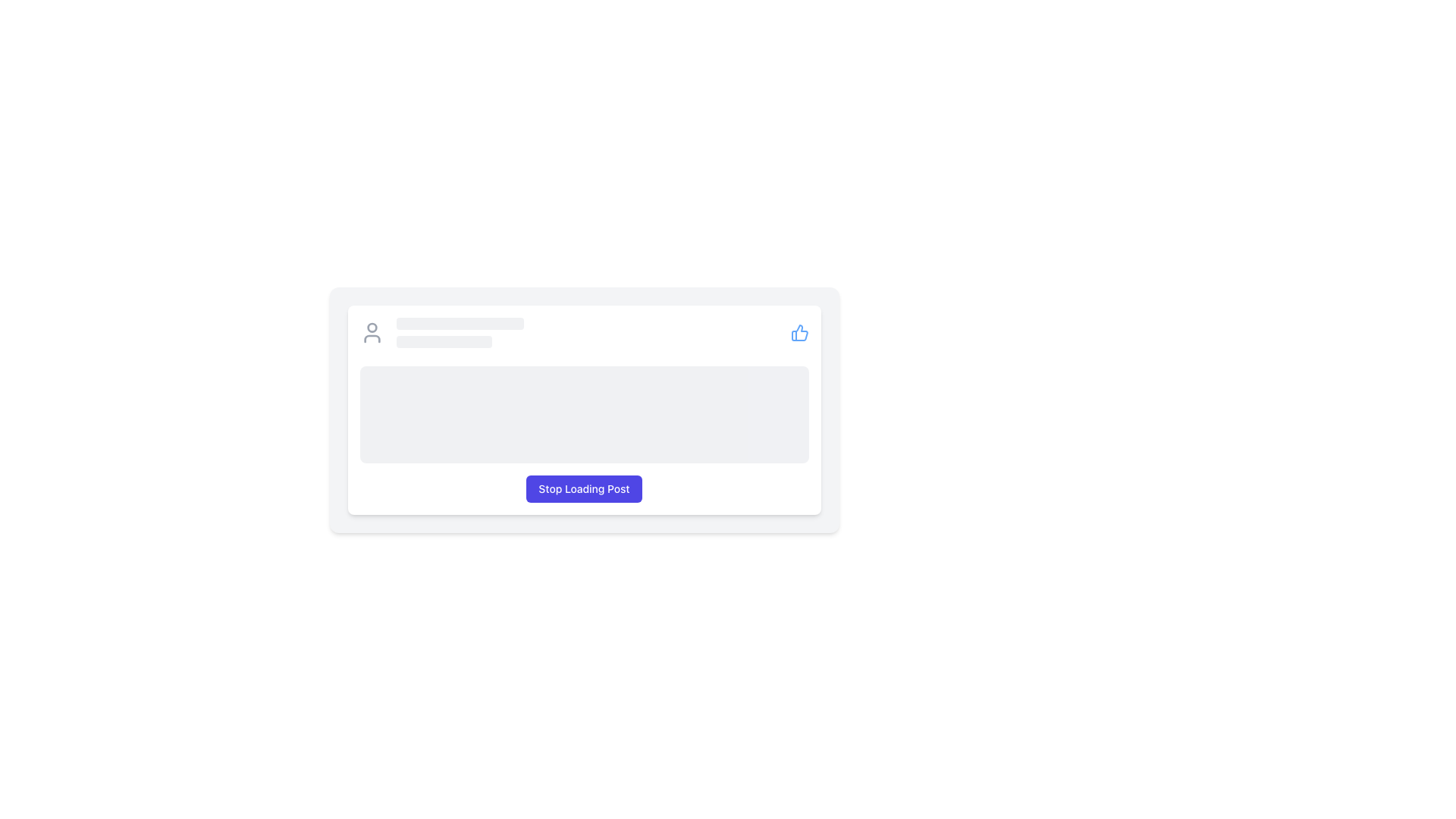 This screenshot has height=819, width=1456. I want to click on the stop loading button located at the bottom center of the user information card, so click(583, 488).